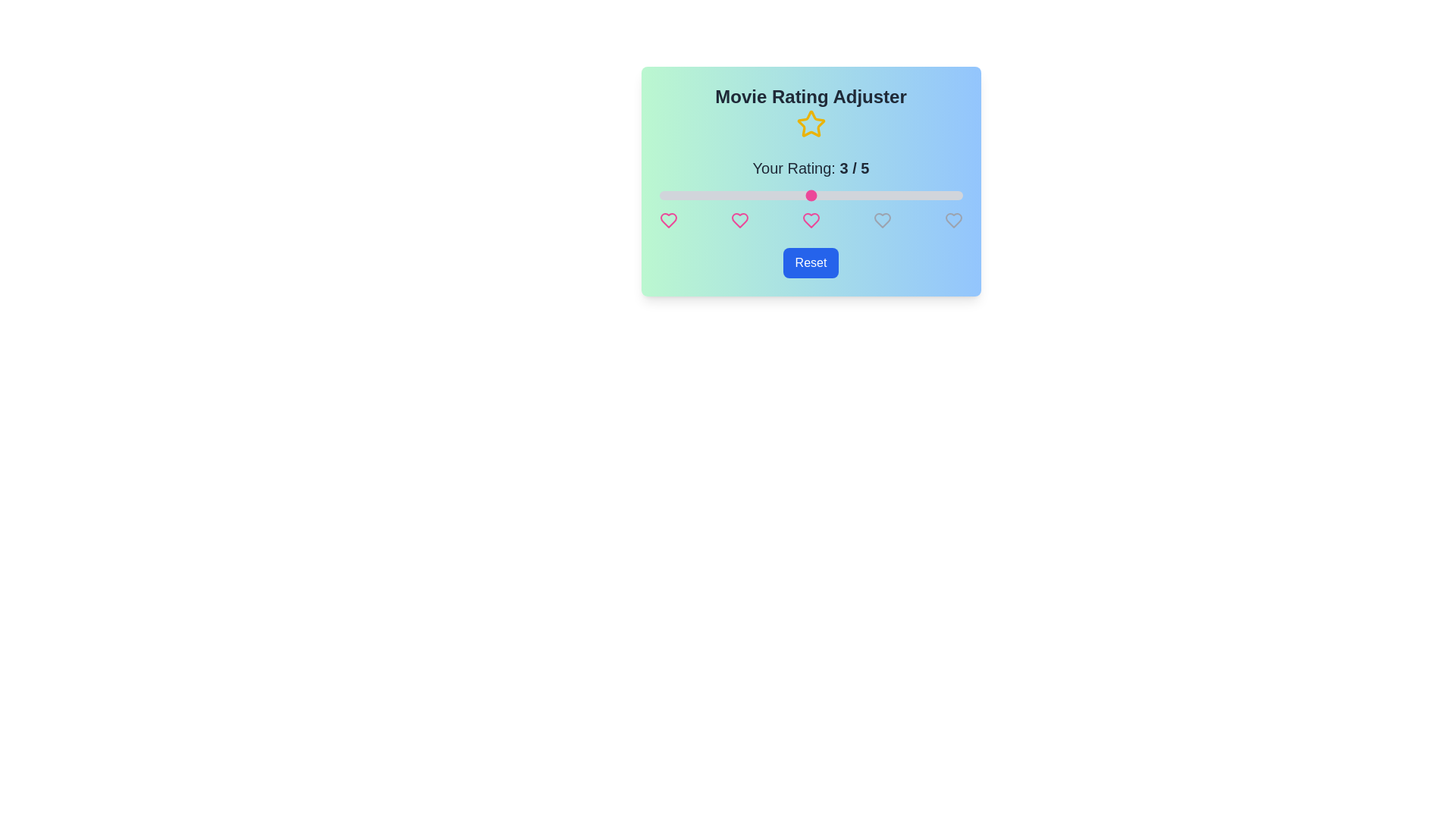  I want to click on the reset button to reset the rating, so click(810, 262).